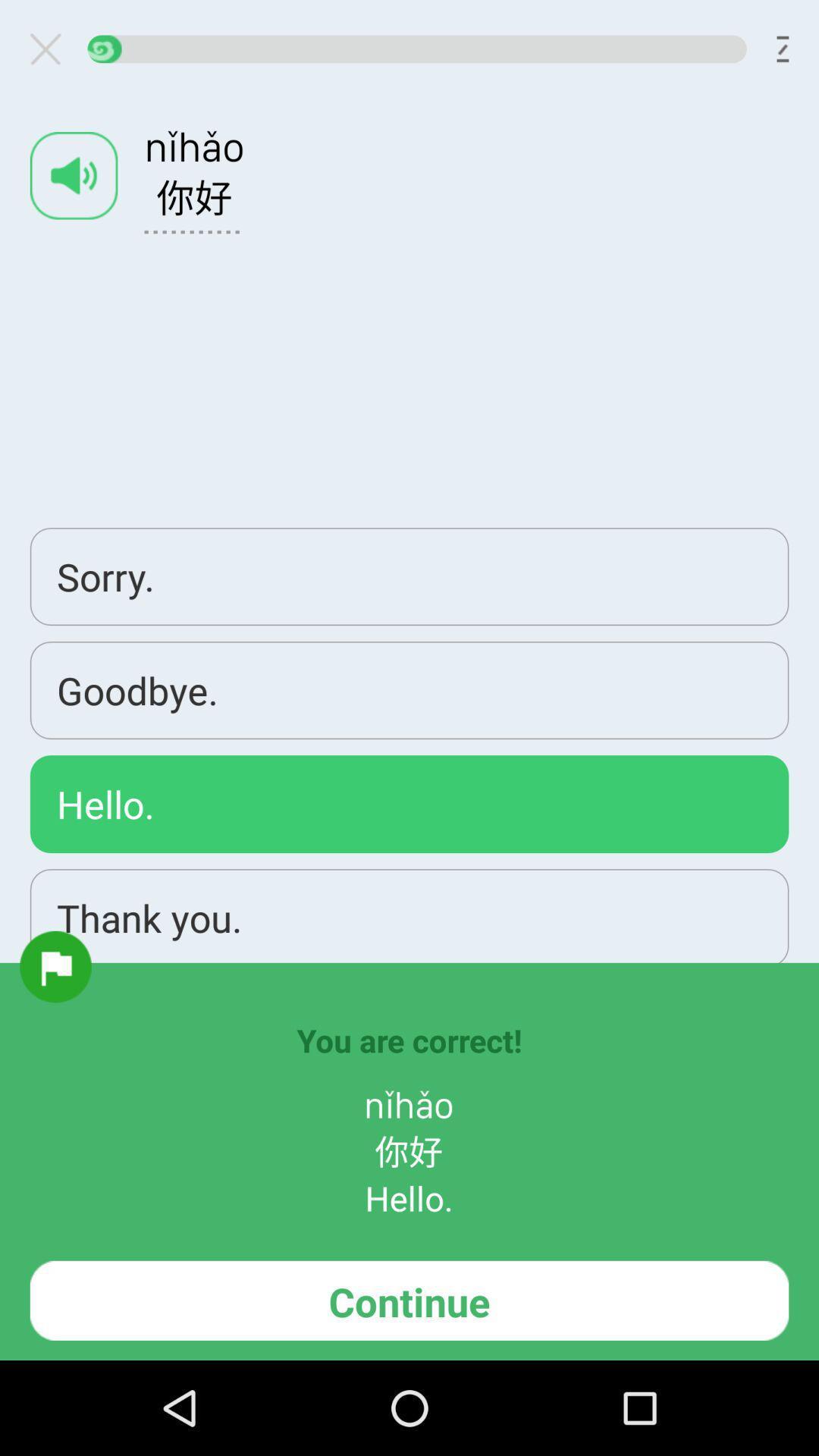 This screenshot has width=819, height=1456. What do you see at coordinates (74, 175) in the screenshot?
I see `sound` at bounding box center [74, 175].